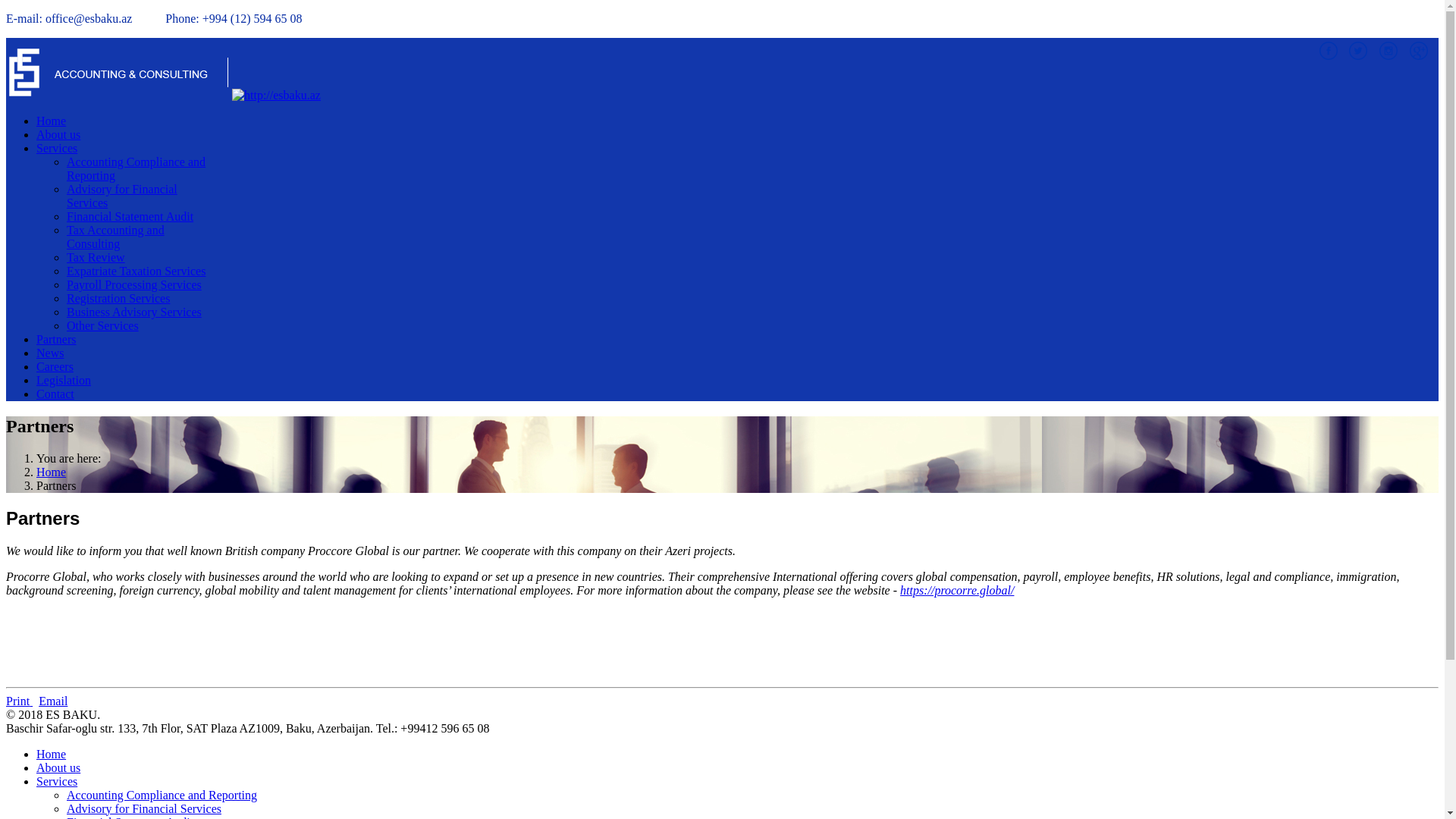 The image size is (1456, 819). I want to click on 'Careers', so click(55, 366).